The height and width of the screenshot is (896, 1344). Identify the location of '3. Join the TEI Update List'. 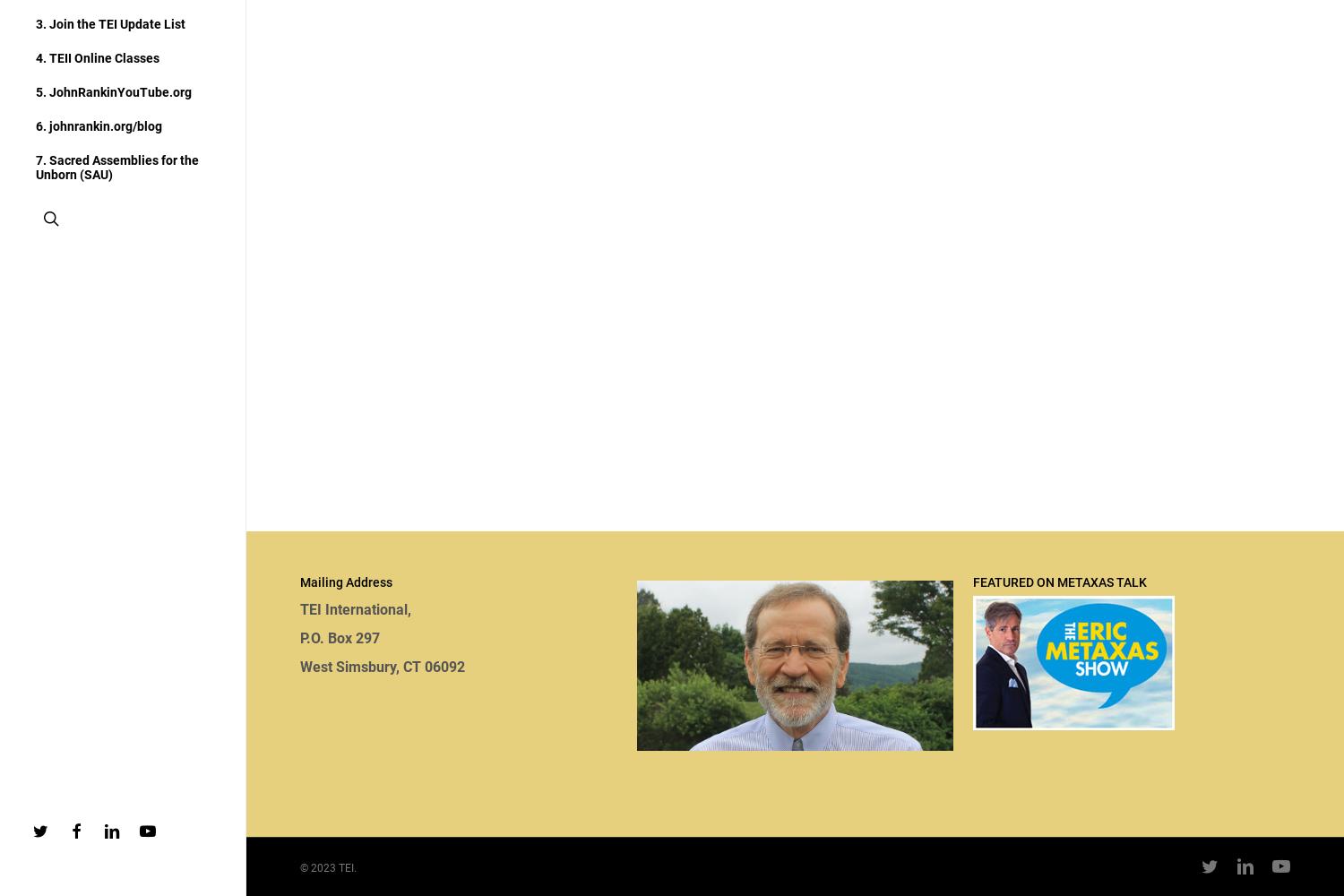
(109, 24).